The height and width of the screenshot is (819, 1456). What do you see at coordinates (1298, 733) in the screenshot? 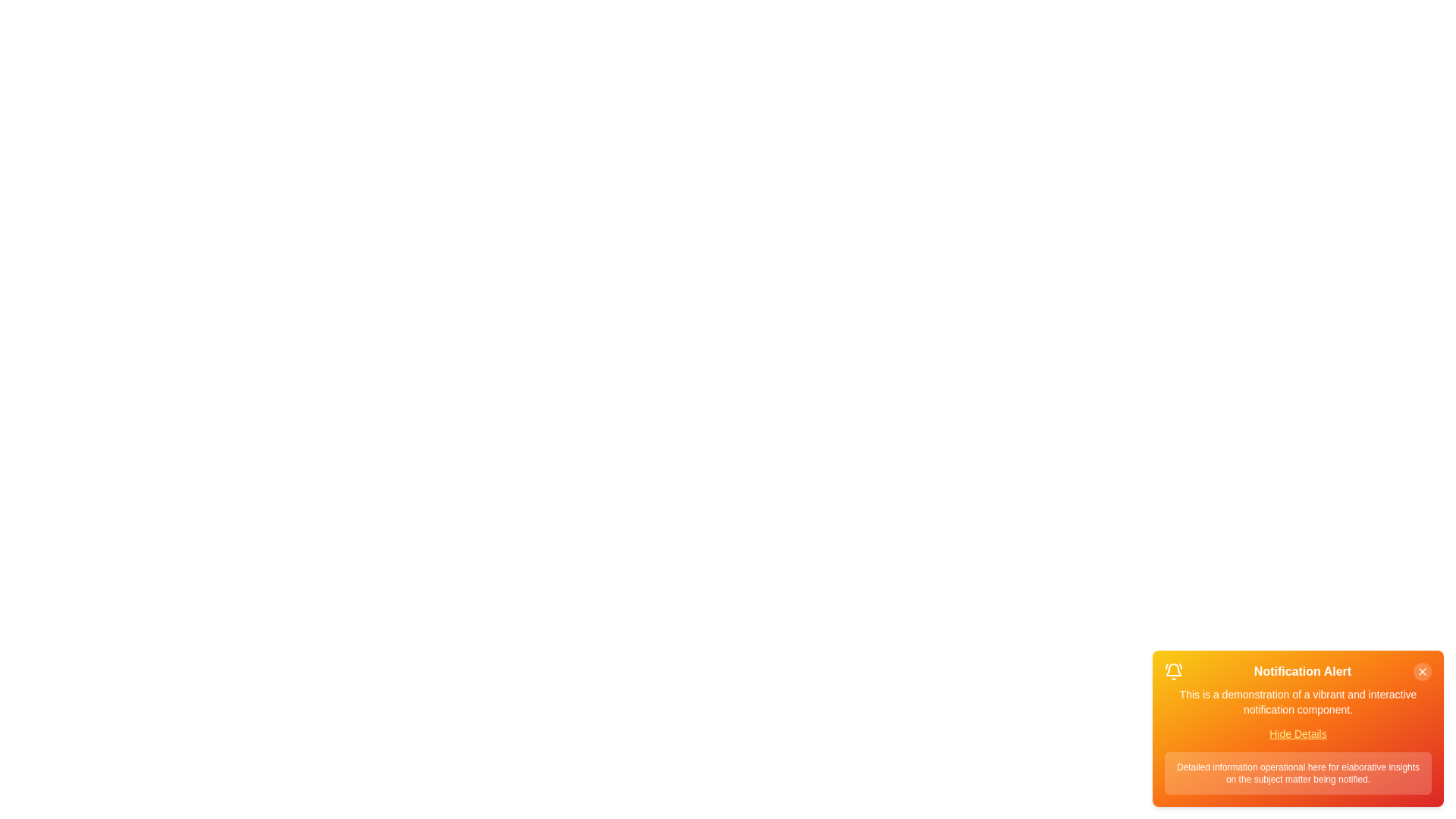
I see `'Hide Details' button to toggle the visibility of additional details` at bounding box center [1298, 733].